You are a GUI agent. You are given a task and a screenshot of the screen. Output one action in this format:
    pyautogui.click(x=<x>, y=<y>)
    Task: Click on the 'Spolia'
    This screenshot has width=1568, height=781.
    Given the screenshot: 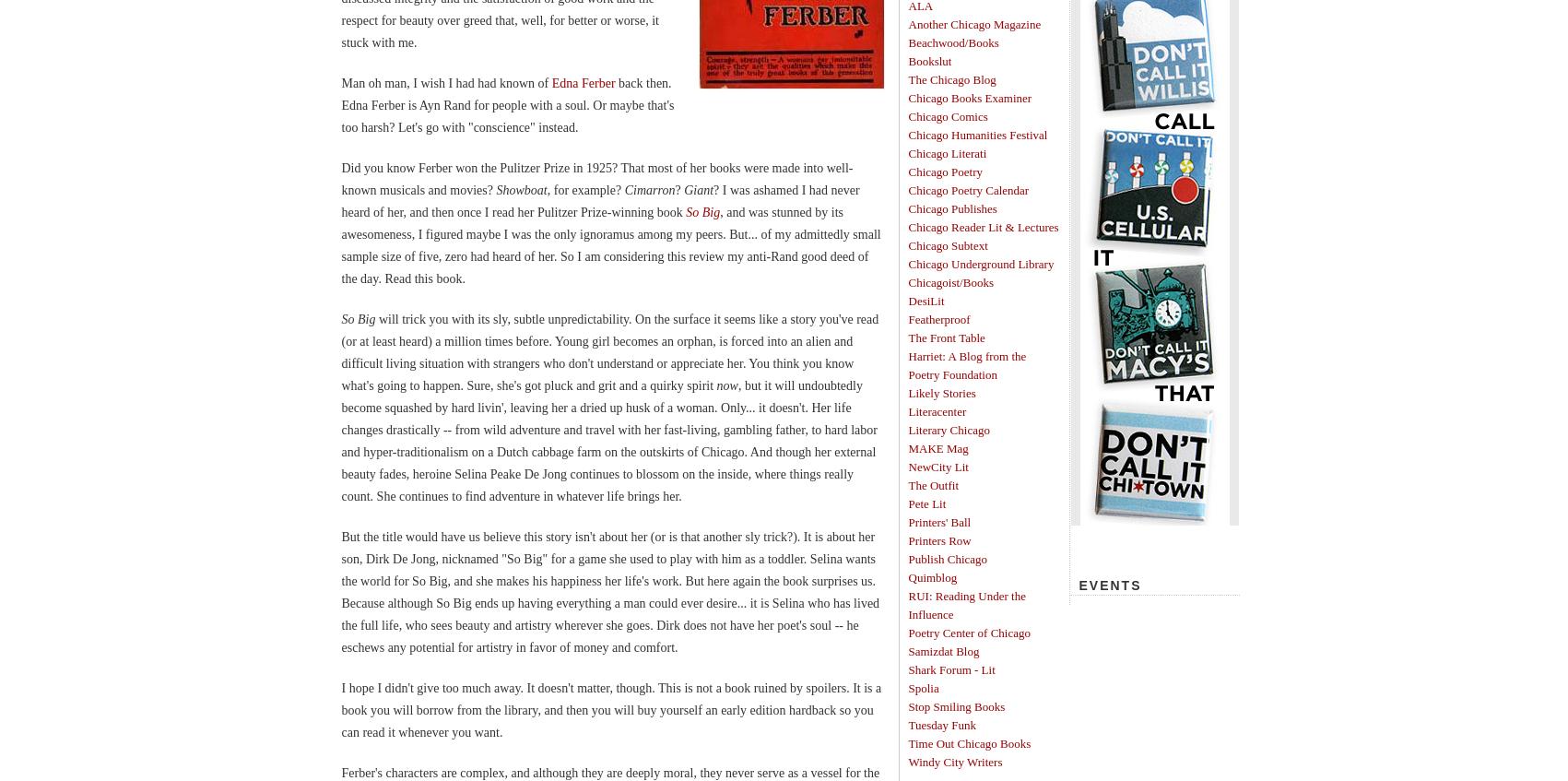 What is the action you would take?
    pyautogui.click(x=923, y=687)
    